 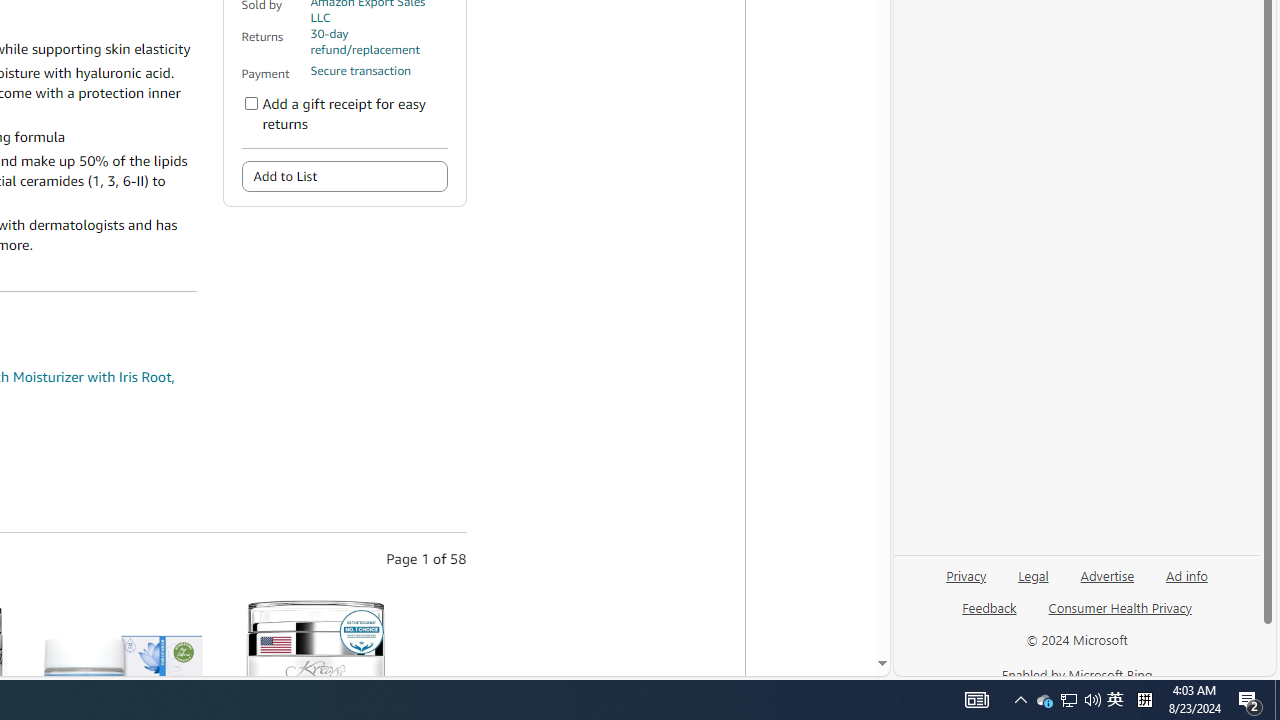 What do you see at coordinates (1187, 574) in the screenshot?
I see `'Ad info'` at bounding box center [1187, 574].